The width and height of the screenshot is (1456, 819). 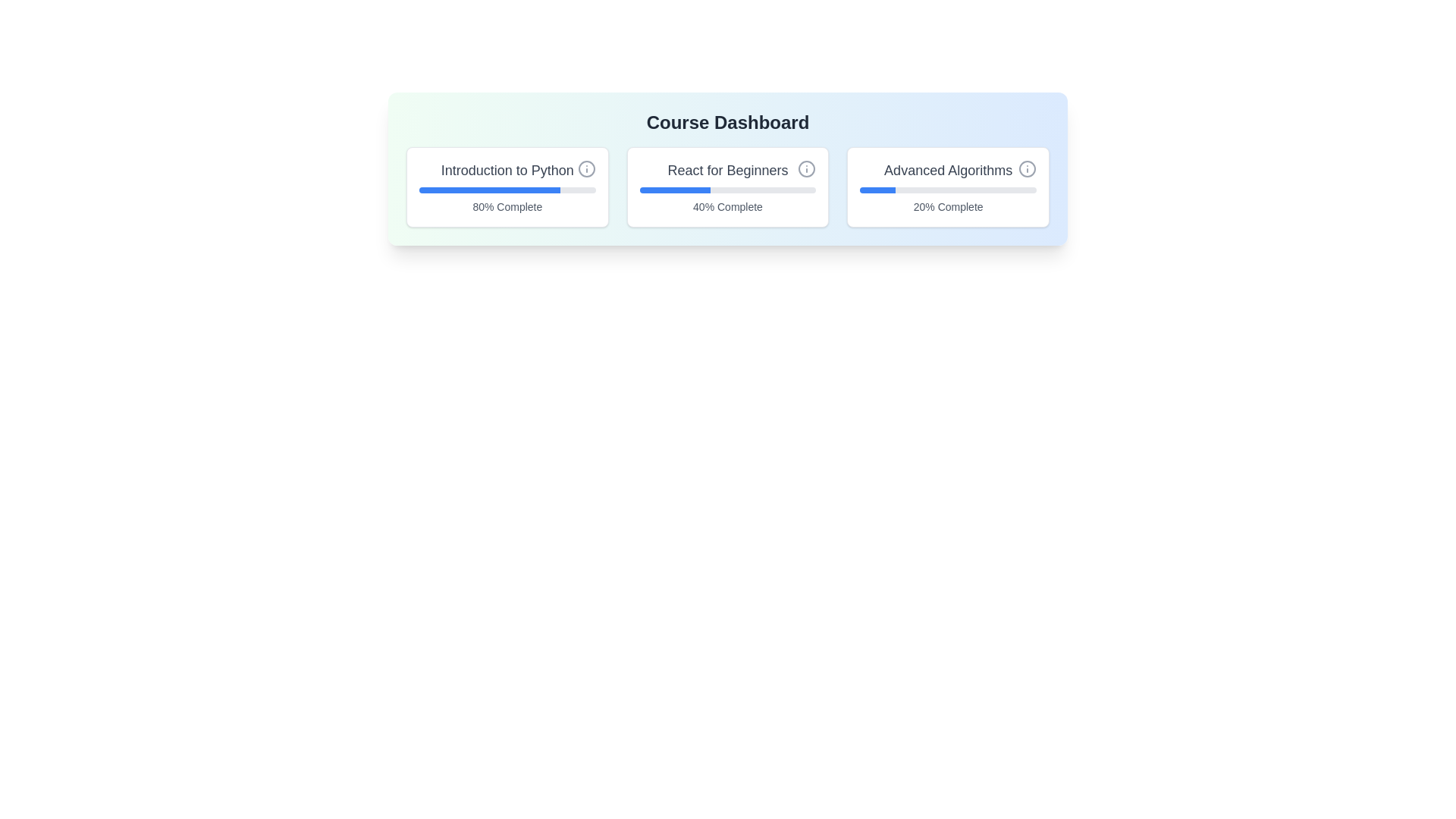 I want to click on the information button for Advanced Algorithms, so click(x=1027, y=169).